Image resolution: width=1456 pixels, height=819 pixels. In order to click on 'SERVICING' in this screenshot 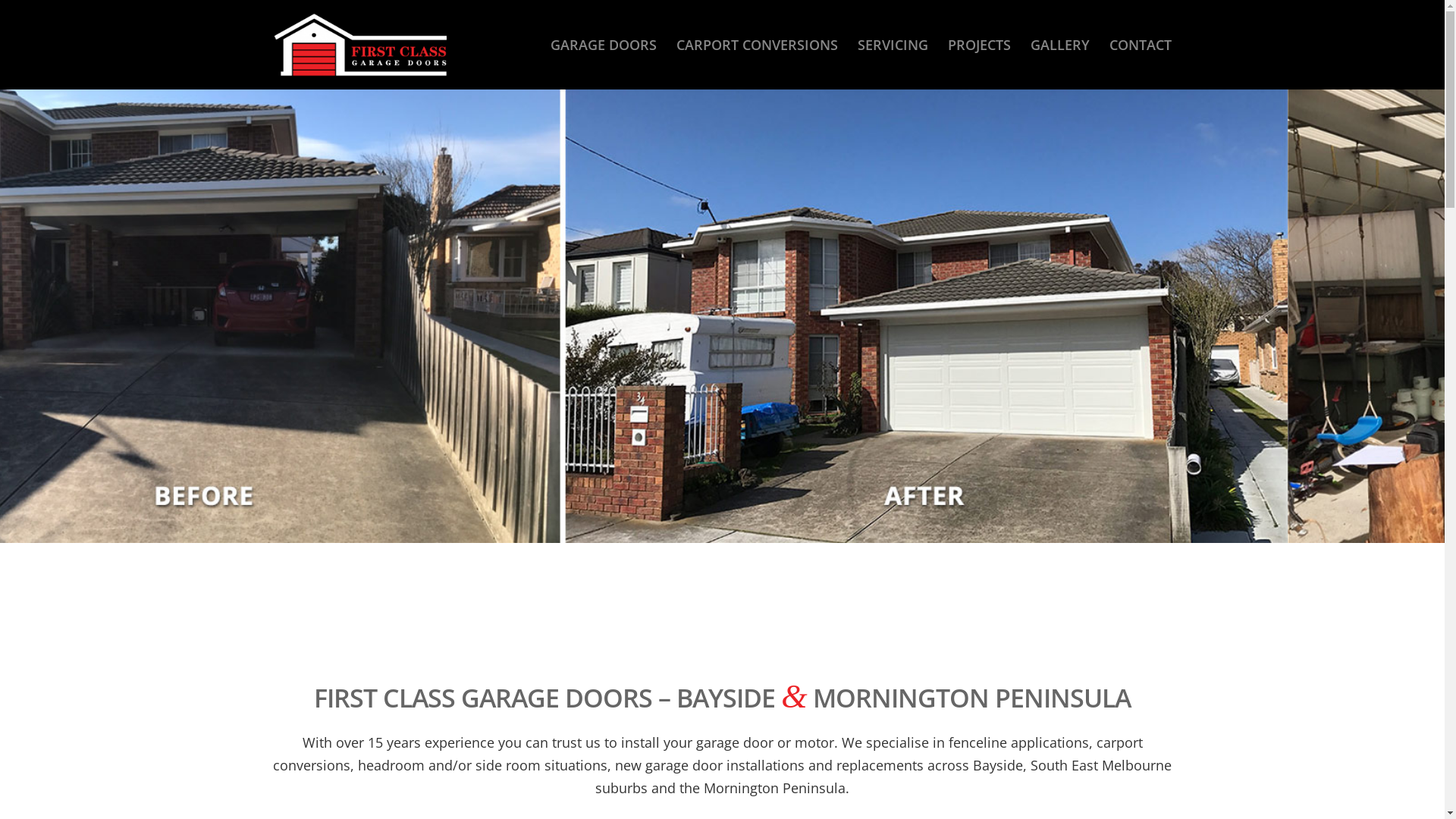, I will do `click(893, 43)`.